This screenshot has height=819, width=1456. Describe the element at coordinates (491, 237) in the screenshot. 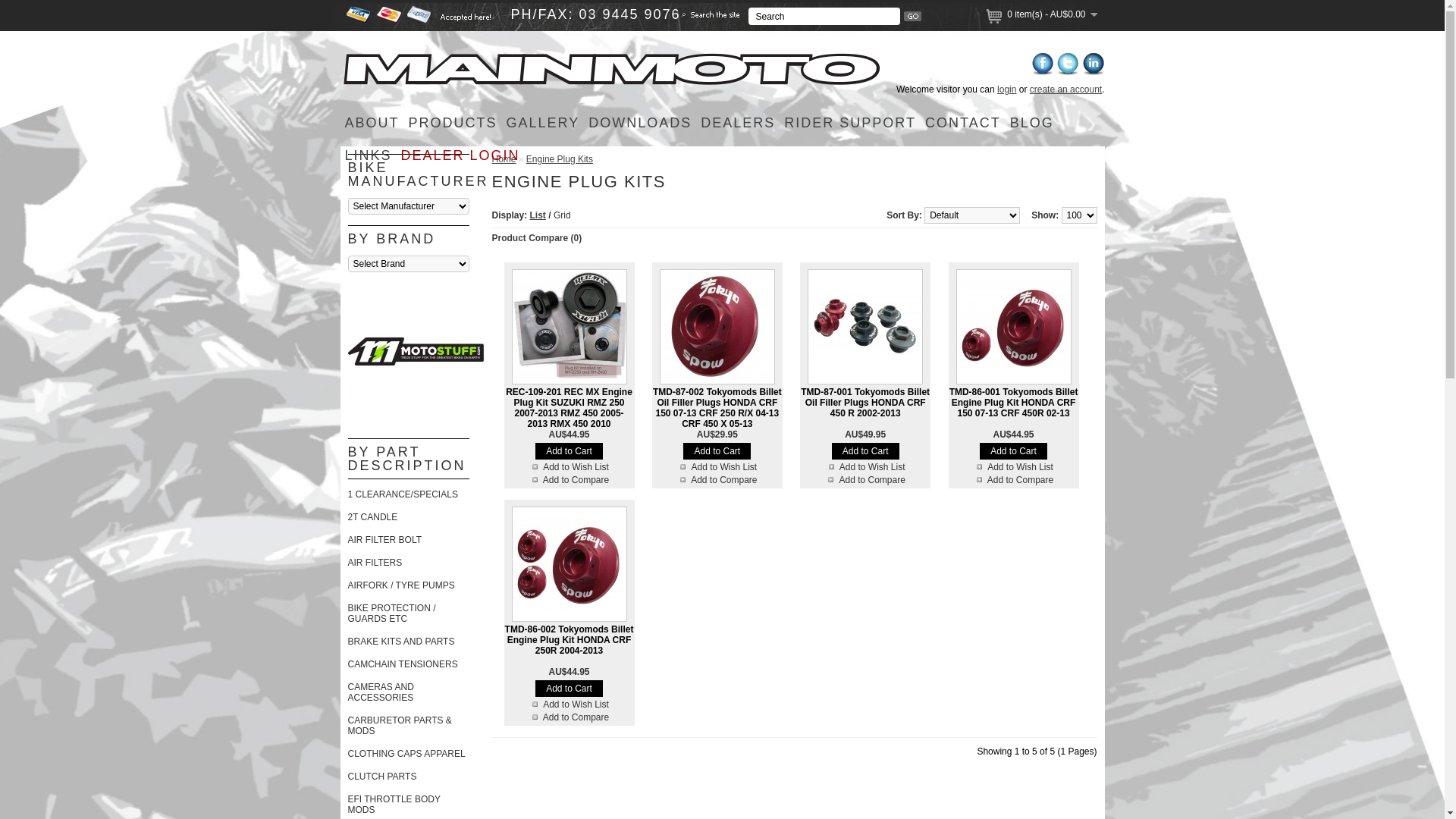

I see `'Product Compare (0)'` at that location.